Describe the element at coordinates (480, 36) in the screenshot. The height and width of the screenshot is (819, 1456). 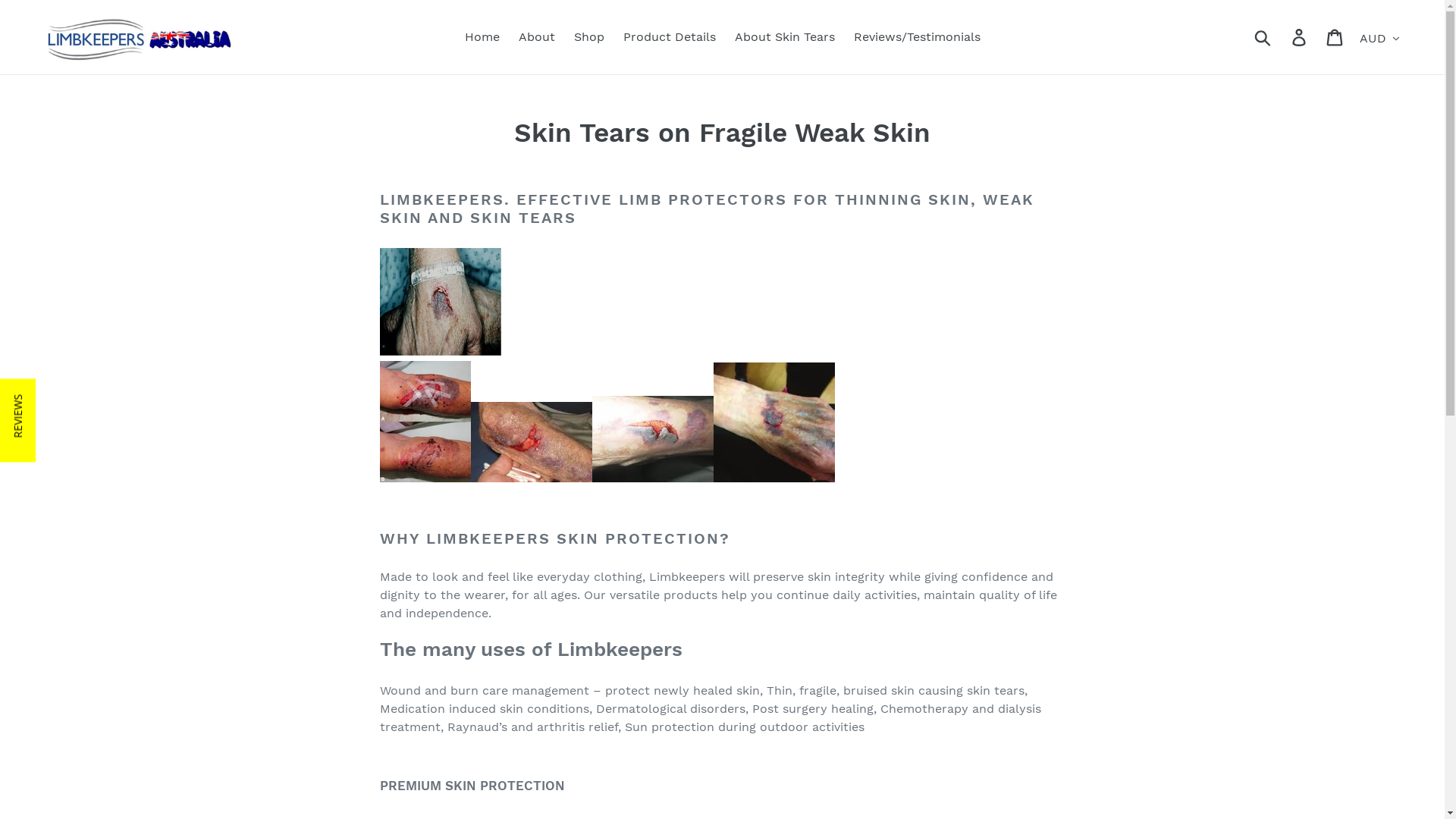
I see `'Home'` at that location.